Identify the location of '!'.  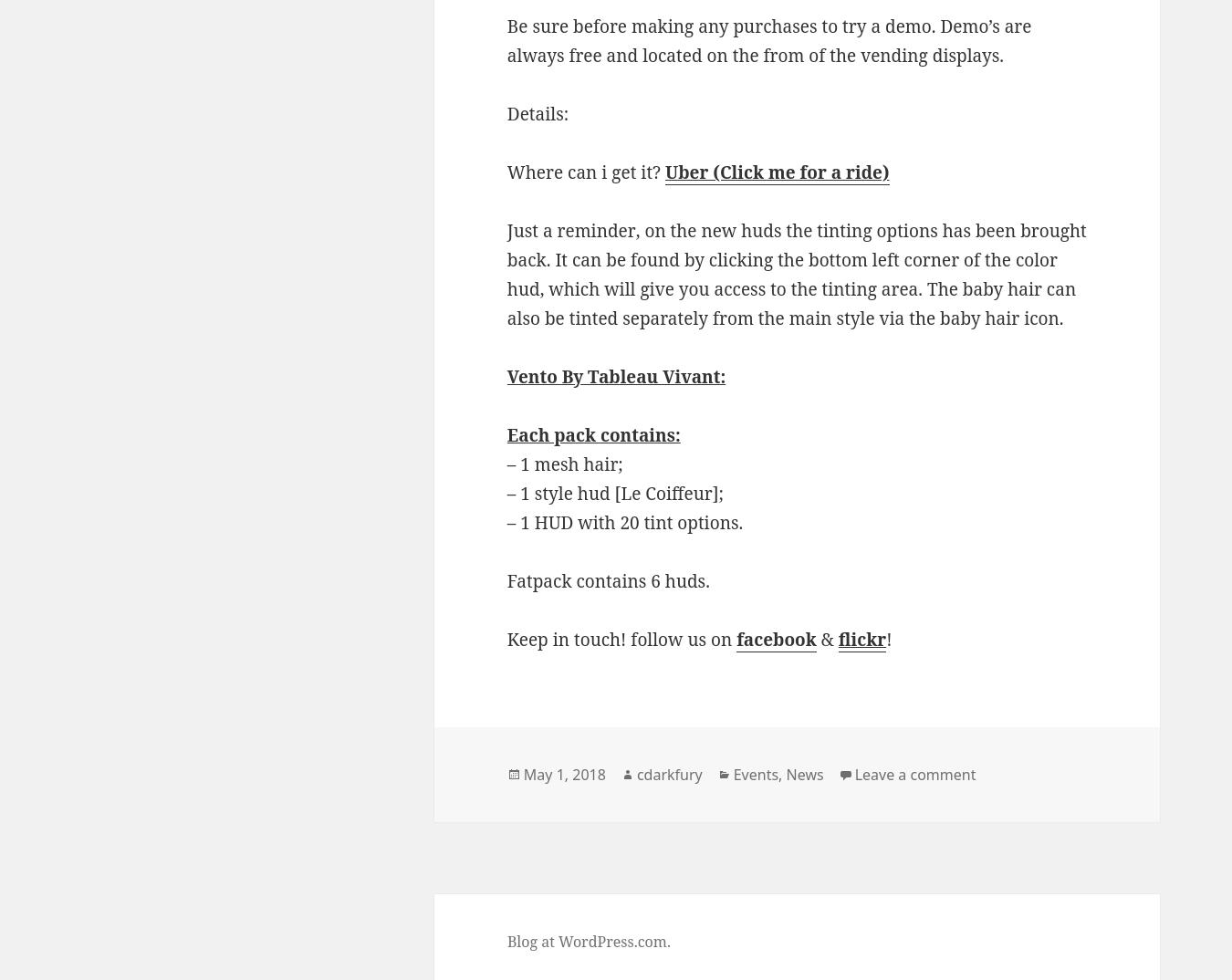
(888, 639).